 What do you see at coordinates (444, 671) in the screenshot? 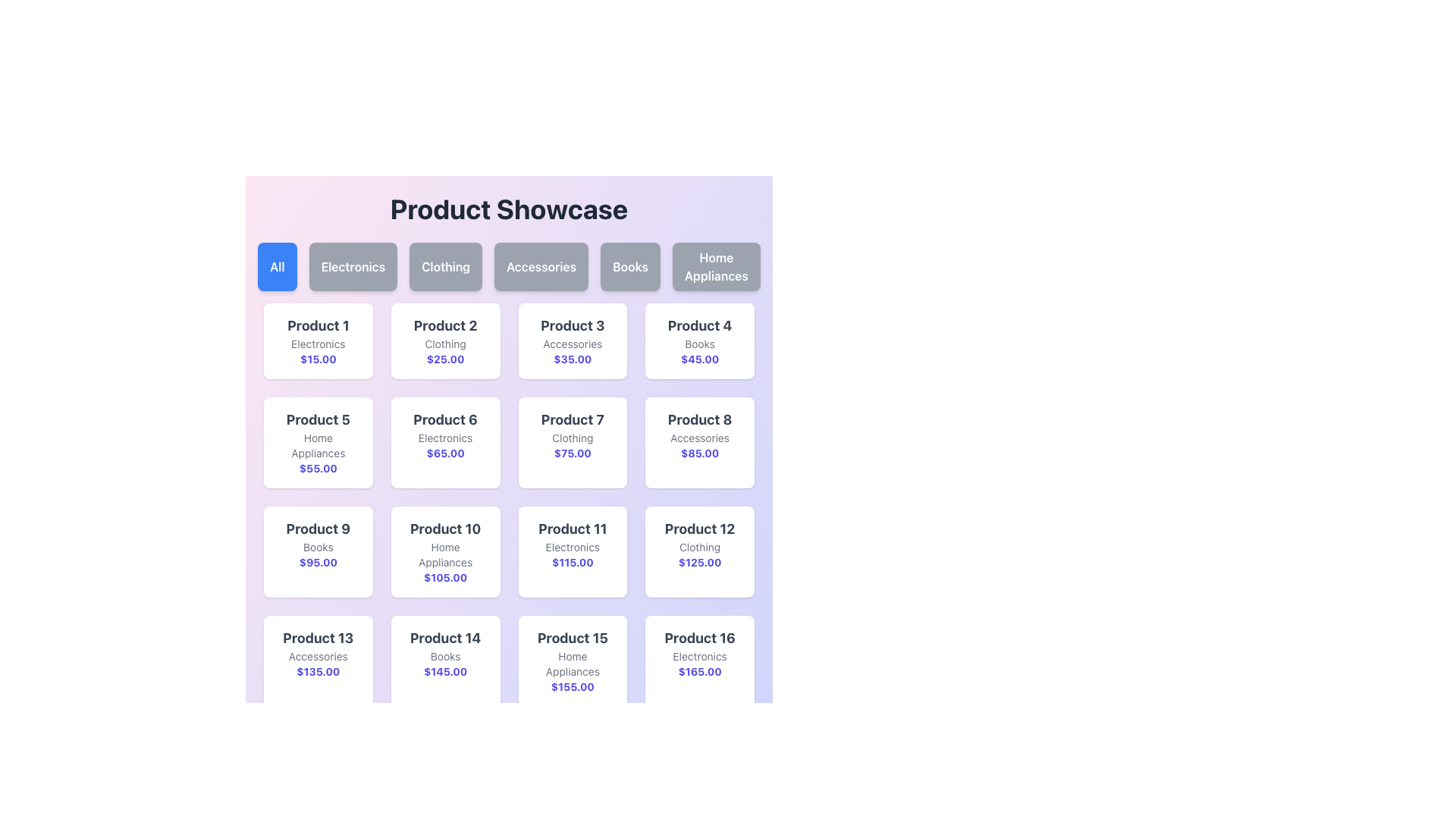
I see `price text of the product displayed in the card labeled 'Product 14', which is located at the bottom of the card under the label 'Books'` at bounding box center [444, 671].